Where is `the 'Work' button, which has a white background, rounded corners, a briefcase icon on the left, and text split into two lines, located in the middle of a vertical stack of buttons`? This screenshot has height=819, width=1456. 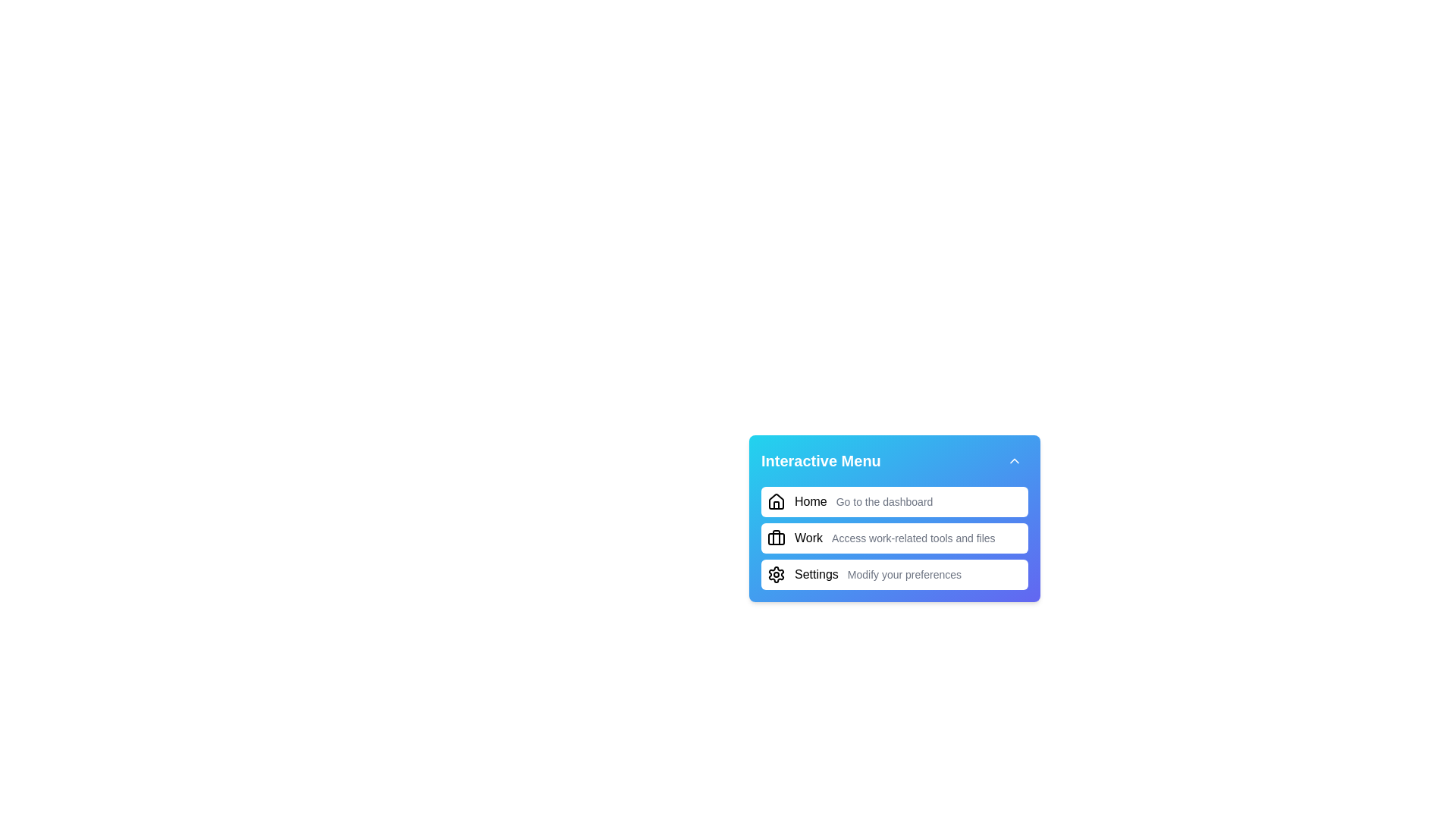
the 'Work' button, which has a white background, rounded corners, a briefcase icon on the left, and text split into two lines, located in the middle of a vertical stack of buttons is located at coordinates (895, 537).